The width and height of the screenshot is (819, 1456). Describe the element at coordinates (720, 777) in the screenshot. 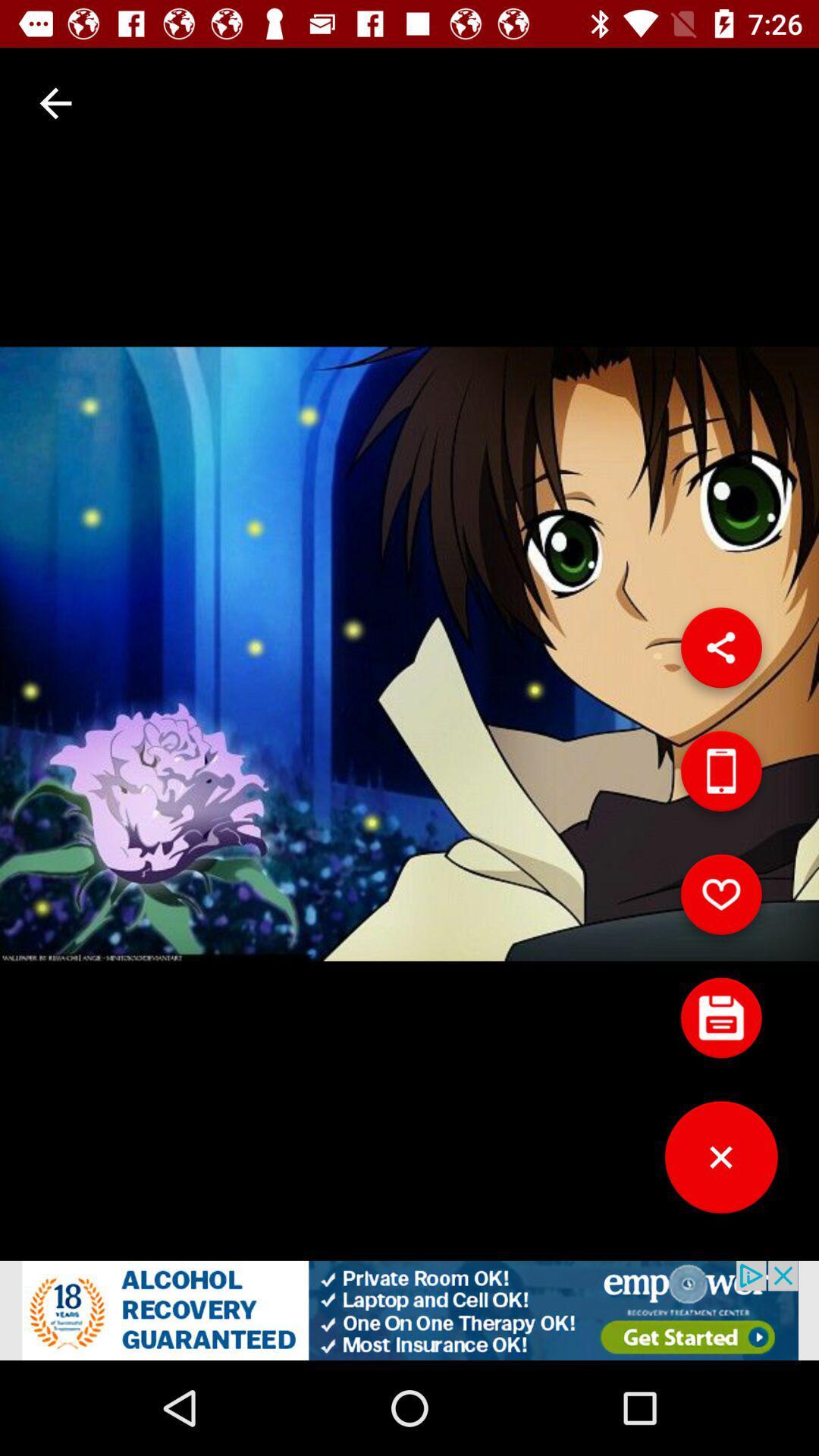

I see `phone button` at that location.